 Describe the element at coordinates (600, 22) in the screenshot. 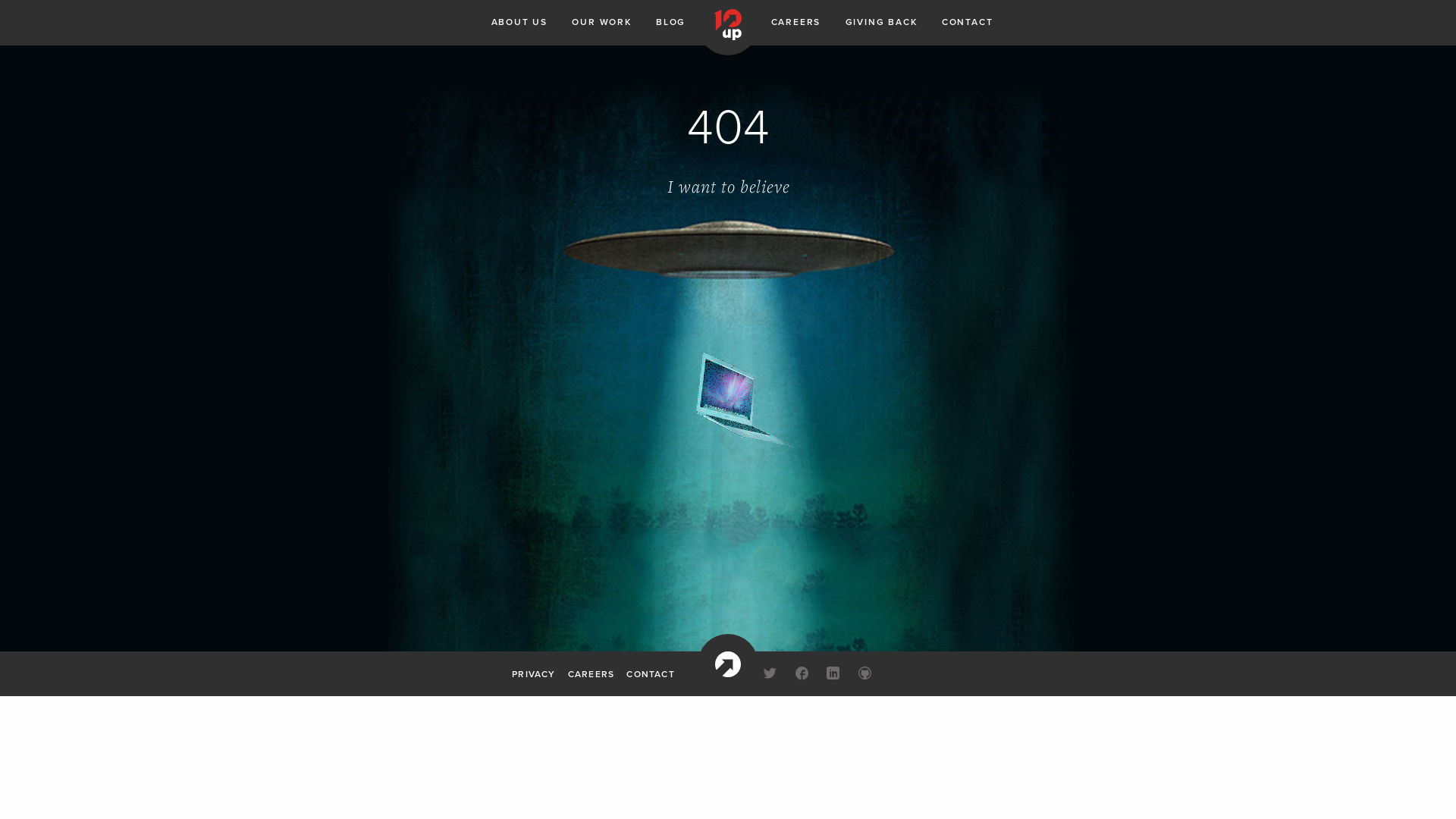

I see `'OUR WORK'` at that location.